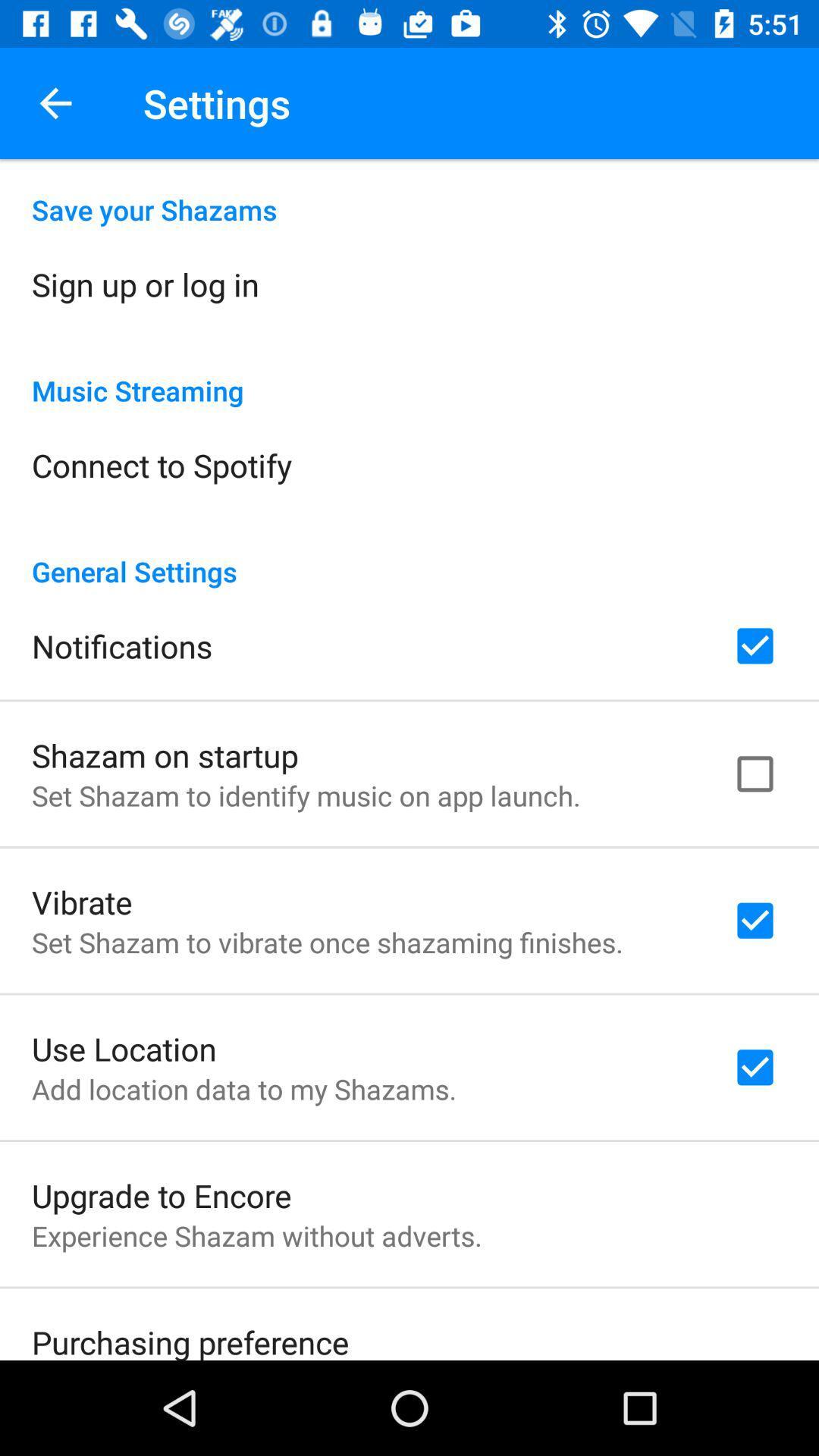 The width and height of the screenshot is (819, 1456). Describe the element at coordinates (256, 1235) in the screenshot. I see `the icon above purchasing preference item` at that location.